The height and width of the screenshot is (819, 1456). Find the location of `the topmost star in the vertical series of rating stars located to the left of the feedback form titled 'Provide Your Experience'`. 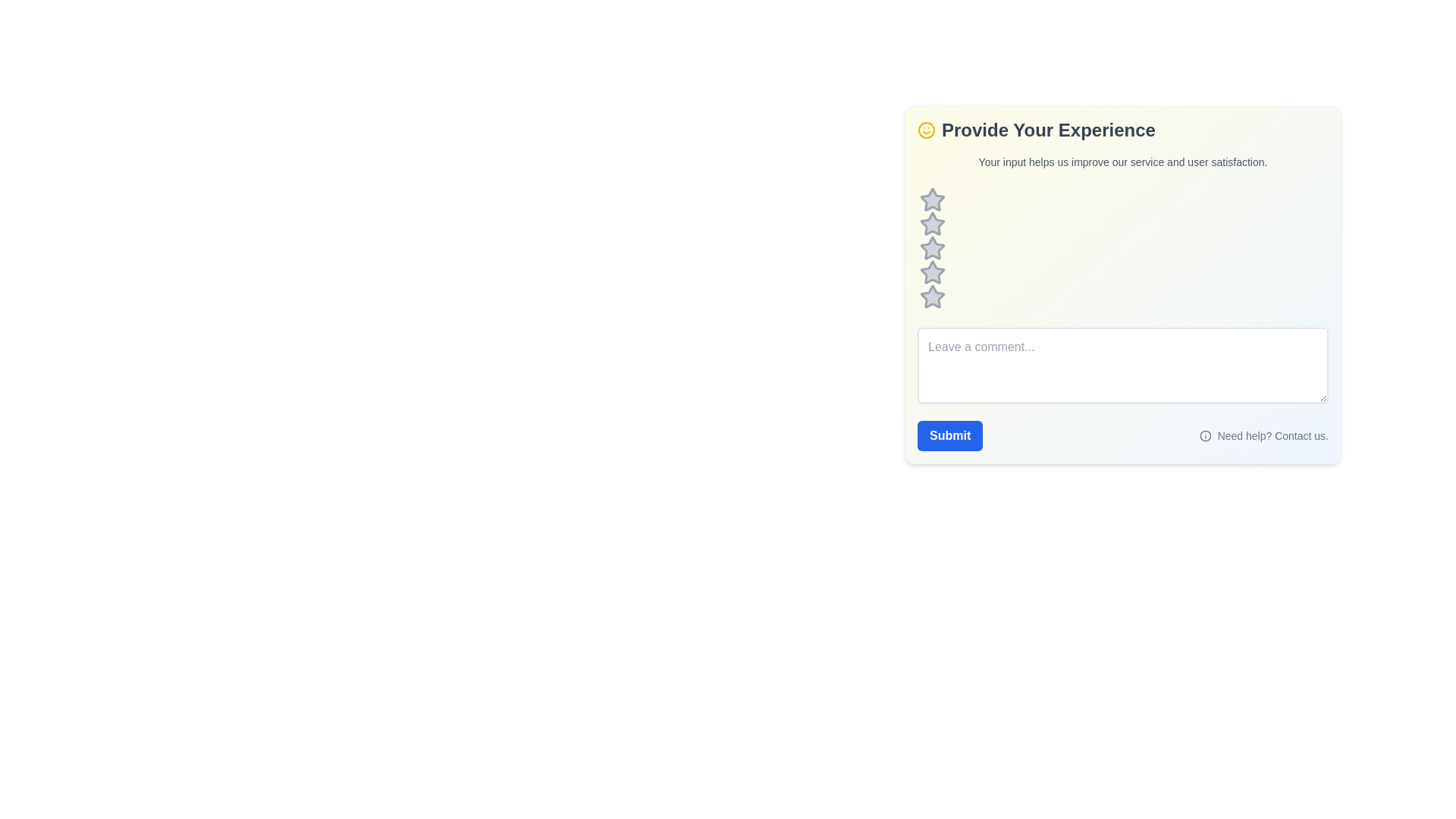

the topmost star in the vertical series of rating stars located to the left of the feedback form titled 'Provide Your Experience' is located at coordinates (931, 199).